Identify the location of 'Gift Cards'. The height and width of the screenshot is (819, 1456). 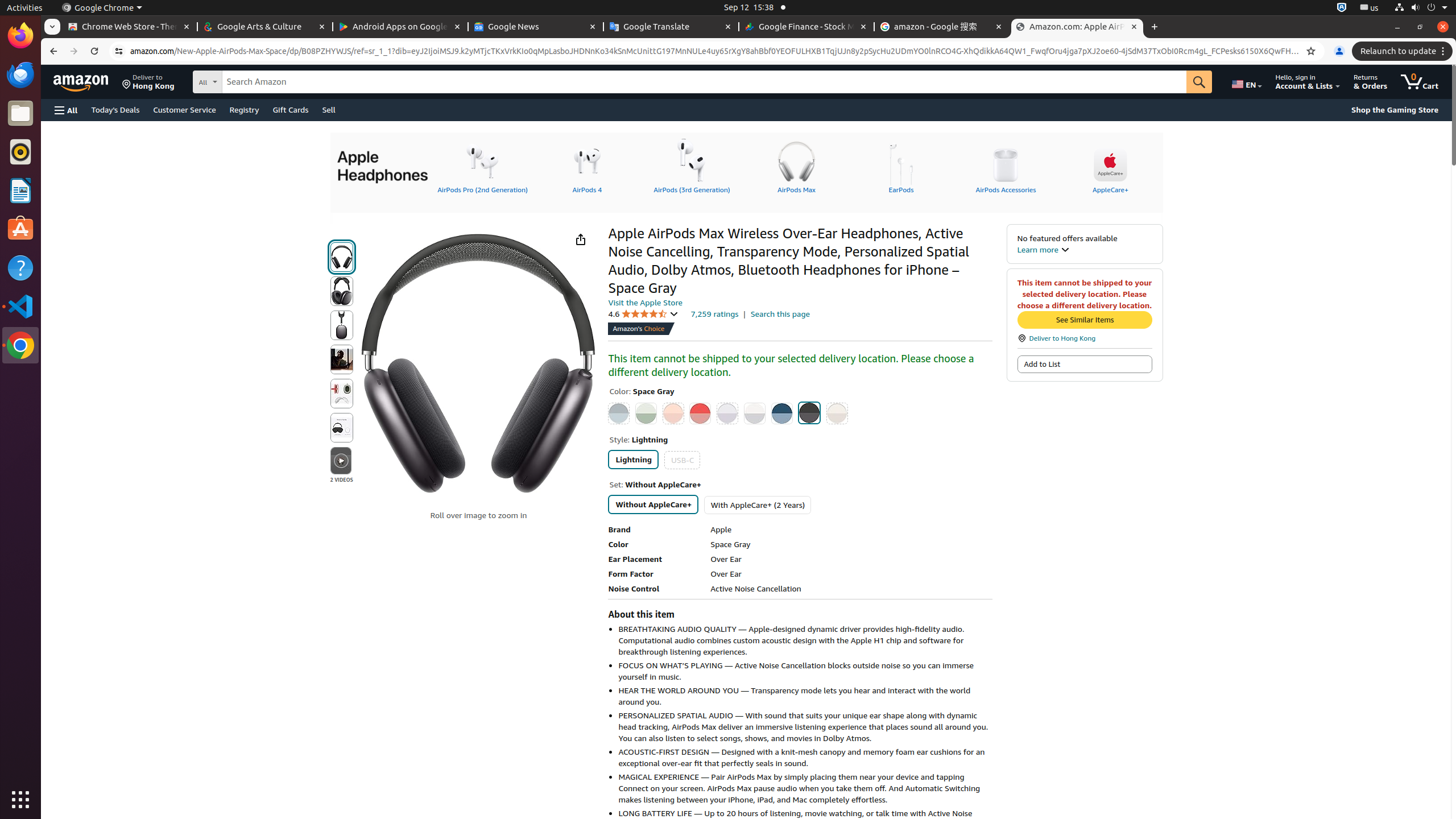
(289, 109).